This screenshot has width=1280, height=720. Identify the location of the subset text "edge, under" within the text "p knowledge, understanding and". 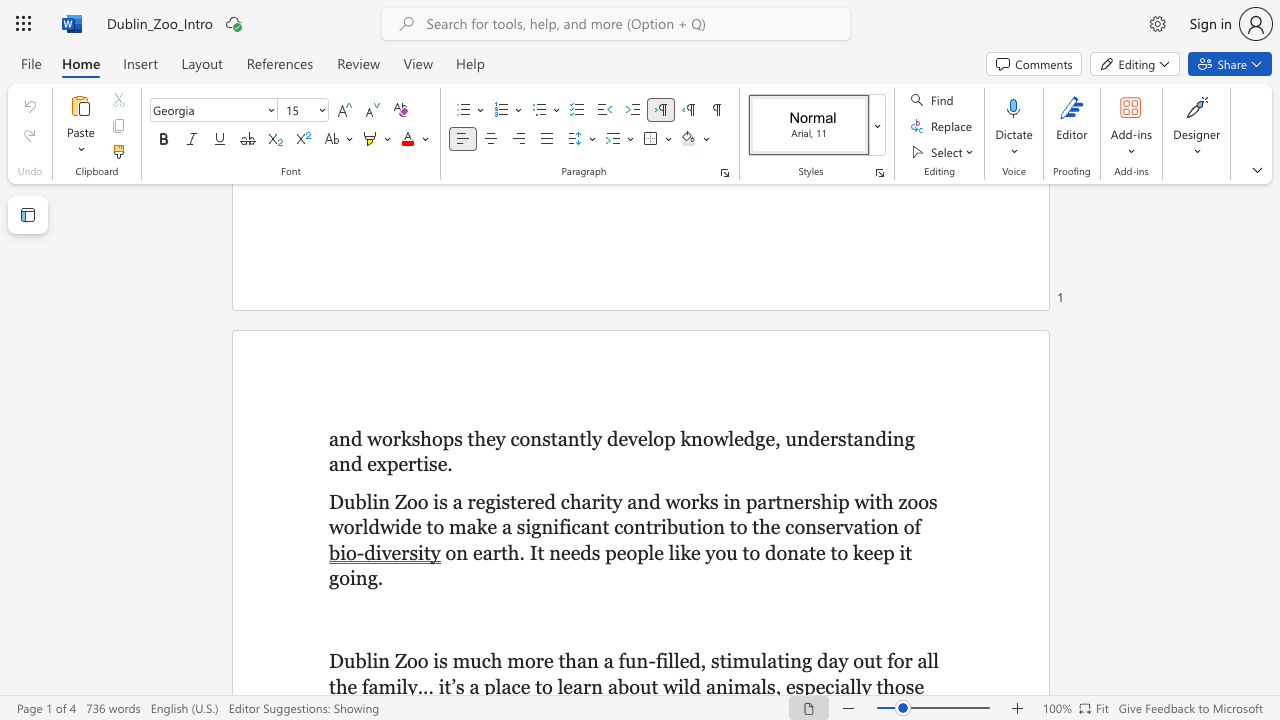
(733, 437).